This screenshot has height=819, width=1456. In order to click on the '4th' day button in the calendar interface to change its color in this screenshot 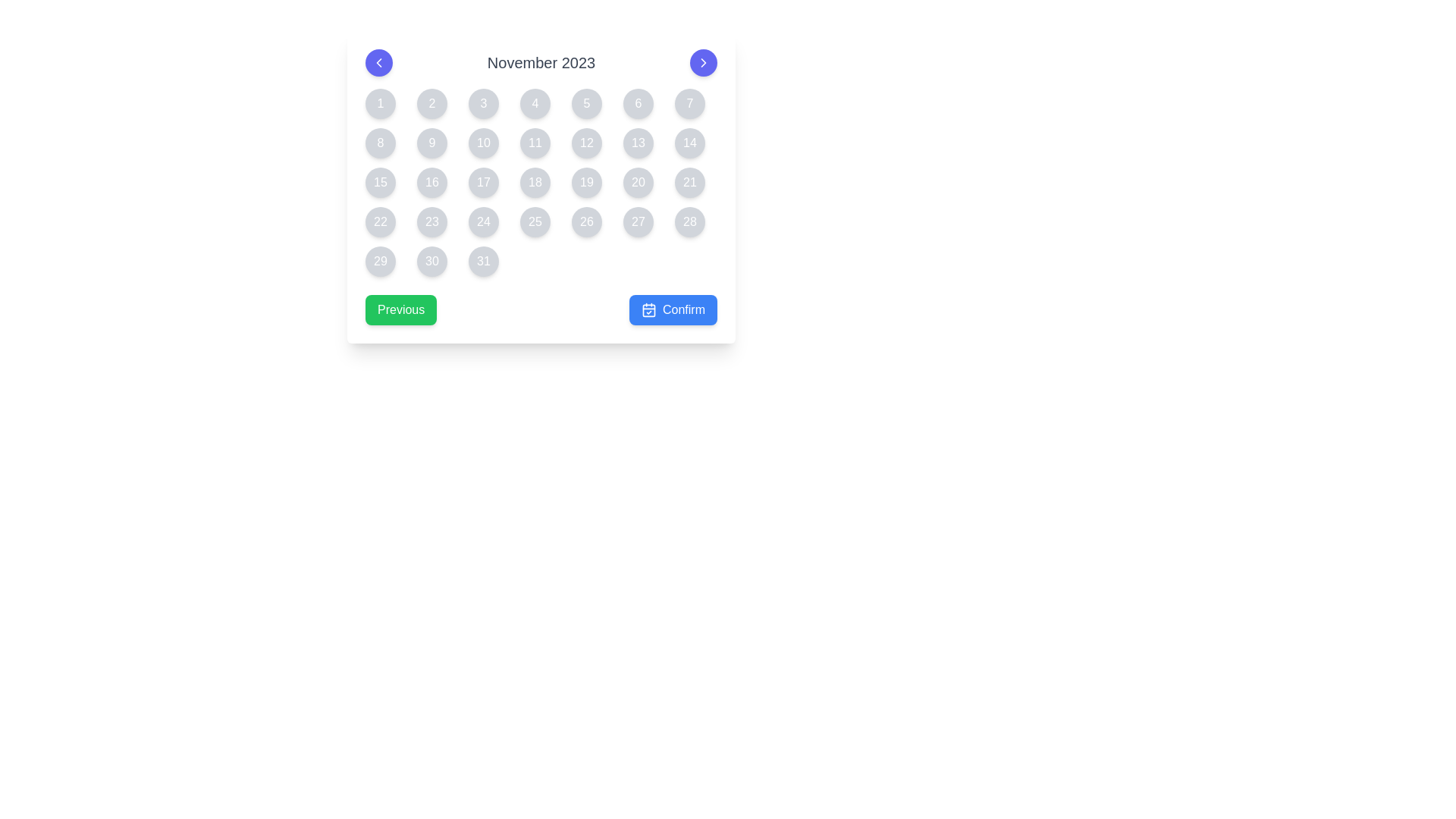, I will do `click(535, 103)`.